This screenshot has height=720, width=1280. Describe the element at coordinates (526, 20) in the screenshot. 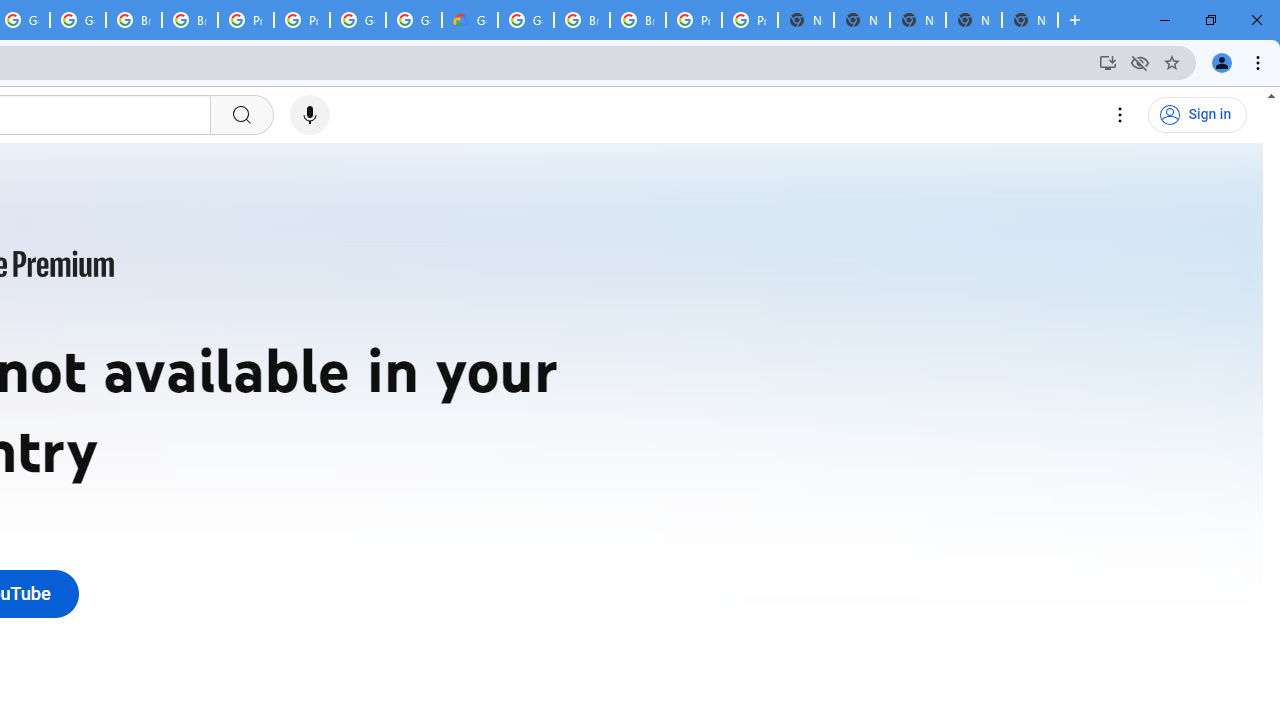

I see `'Google Cloud Platform'` at that location.